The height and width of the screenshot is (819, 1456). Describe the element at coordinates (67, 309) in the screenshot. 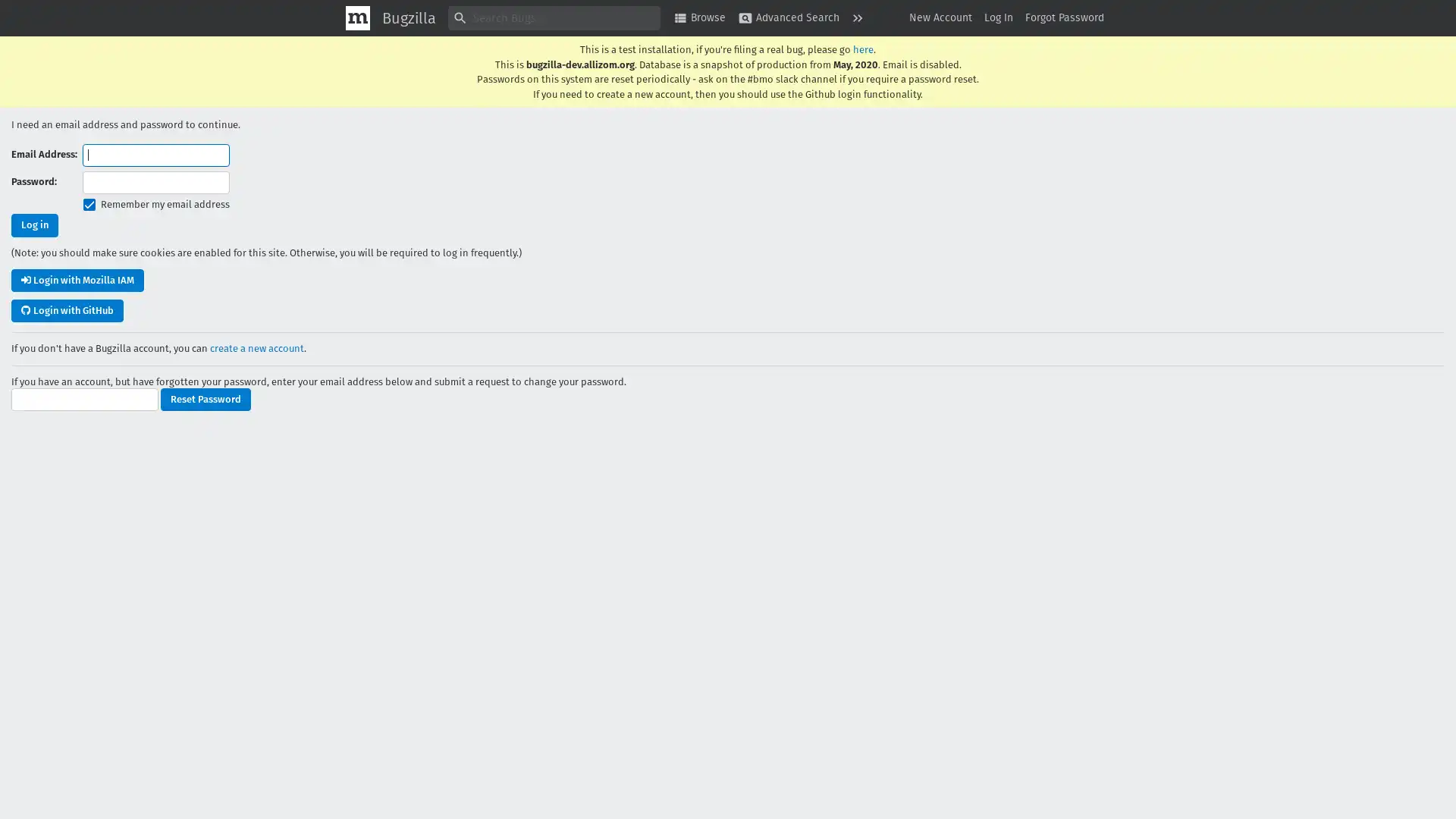

I see `Login with GitHub` at that location.